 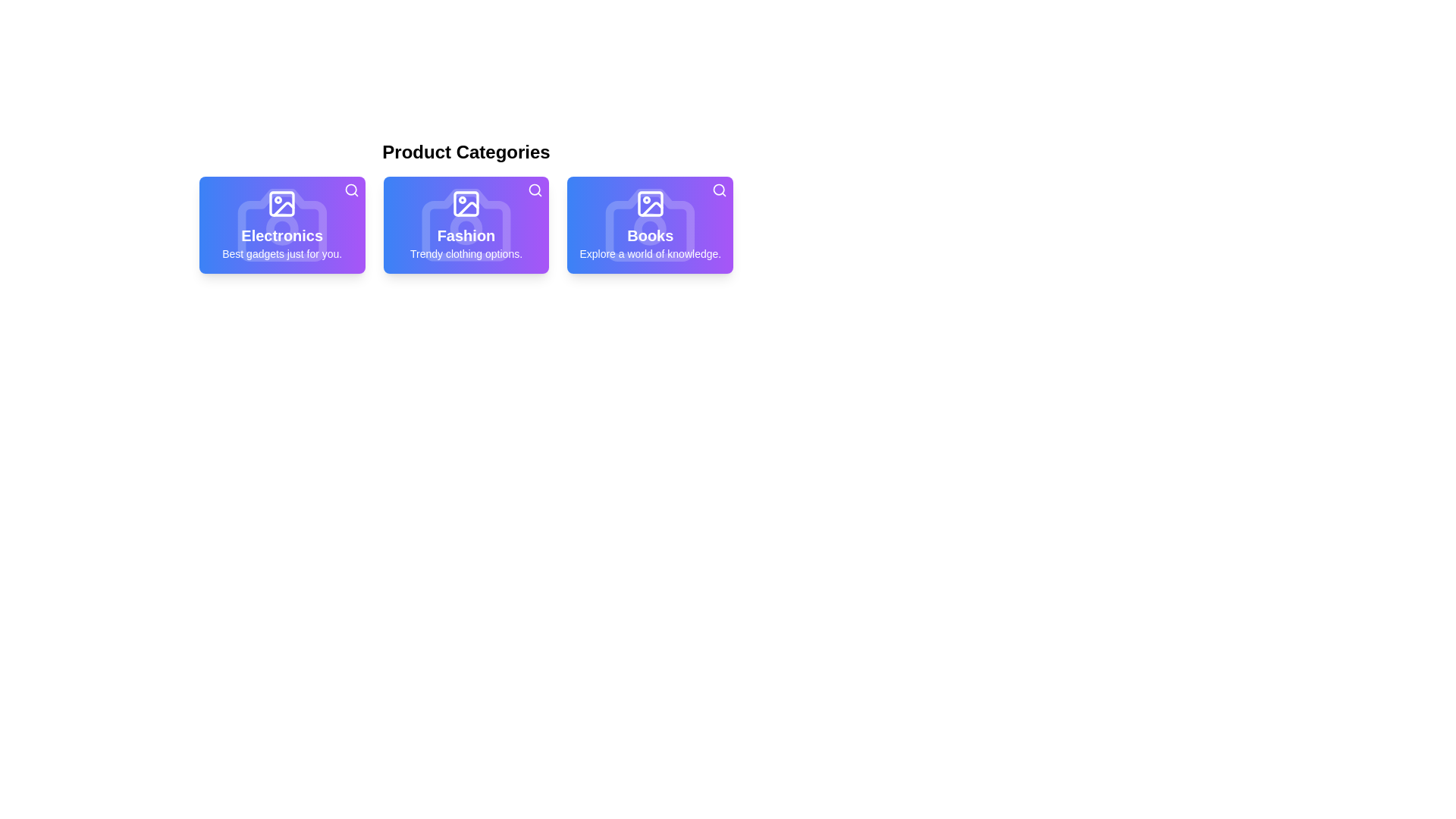 What do you see at coordinates (465, 236) in the screenshot?
I see `the text label that serves as the main title for the category in the middle card of a three-card layout, positioned slightly below the central horizontal axis` at bounding box center [465, 236].